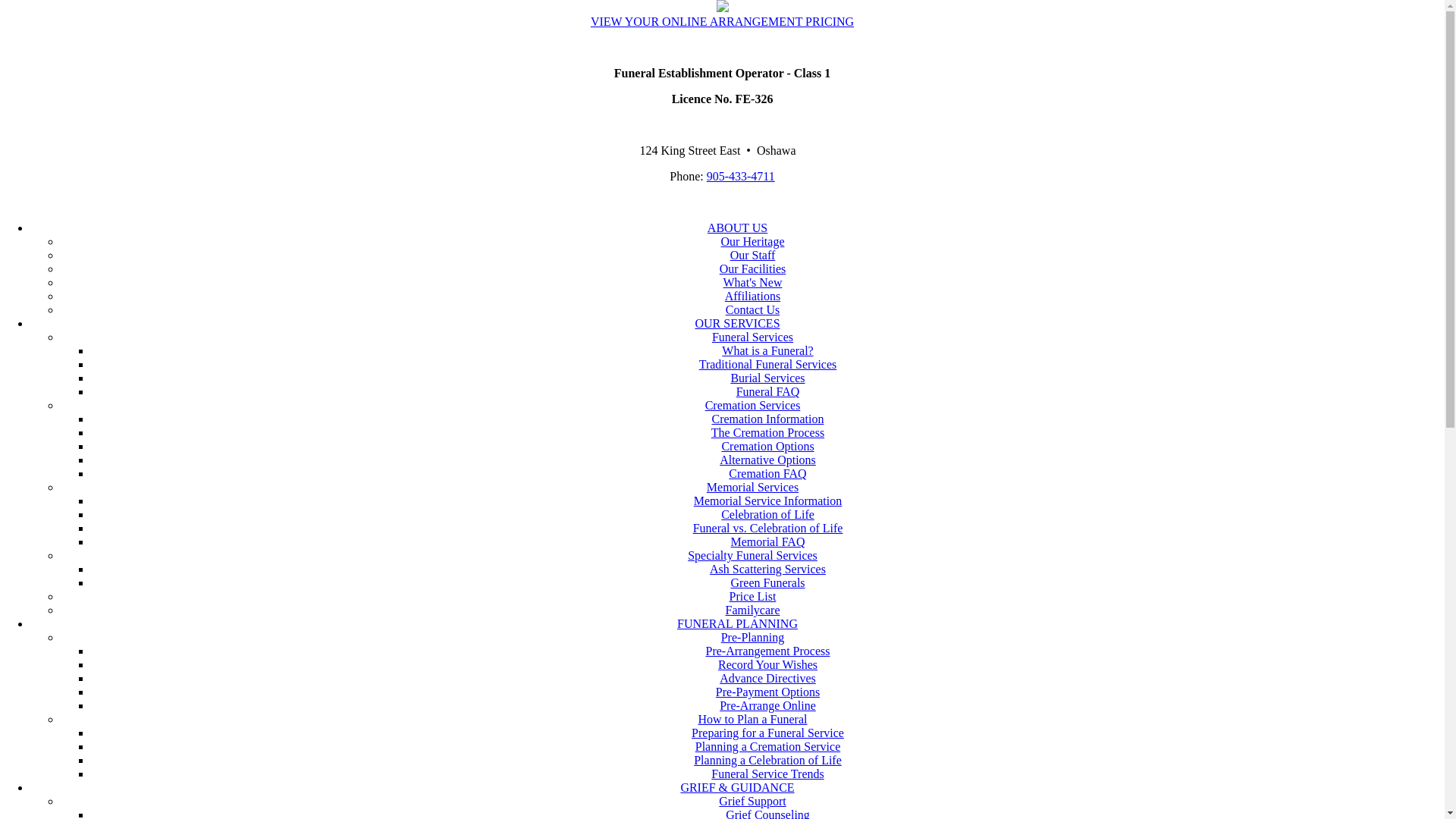 The width and height of the screenshot is (1456, 819). What do you see at coordinates (730, 582) in the screenshot?
I see `'Green Funerals'` at bounding box center [730, 582].